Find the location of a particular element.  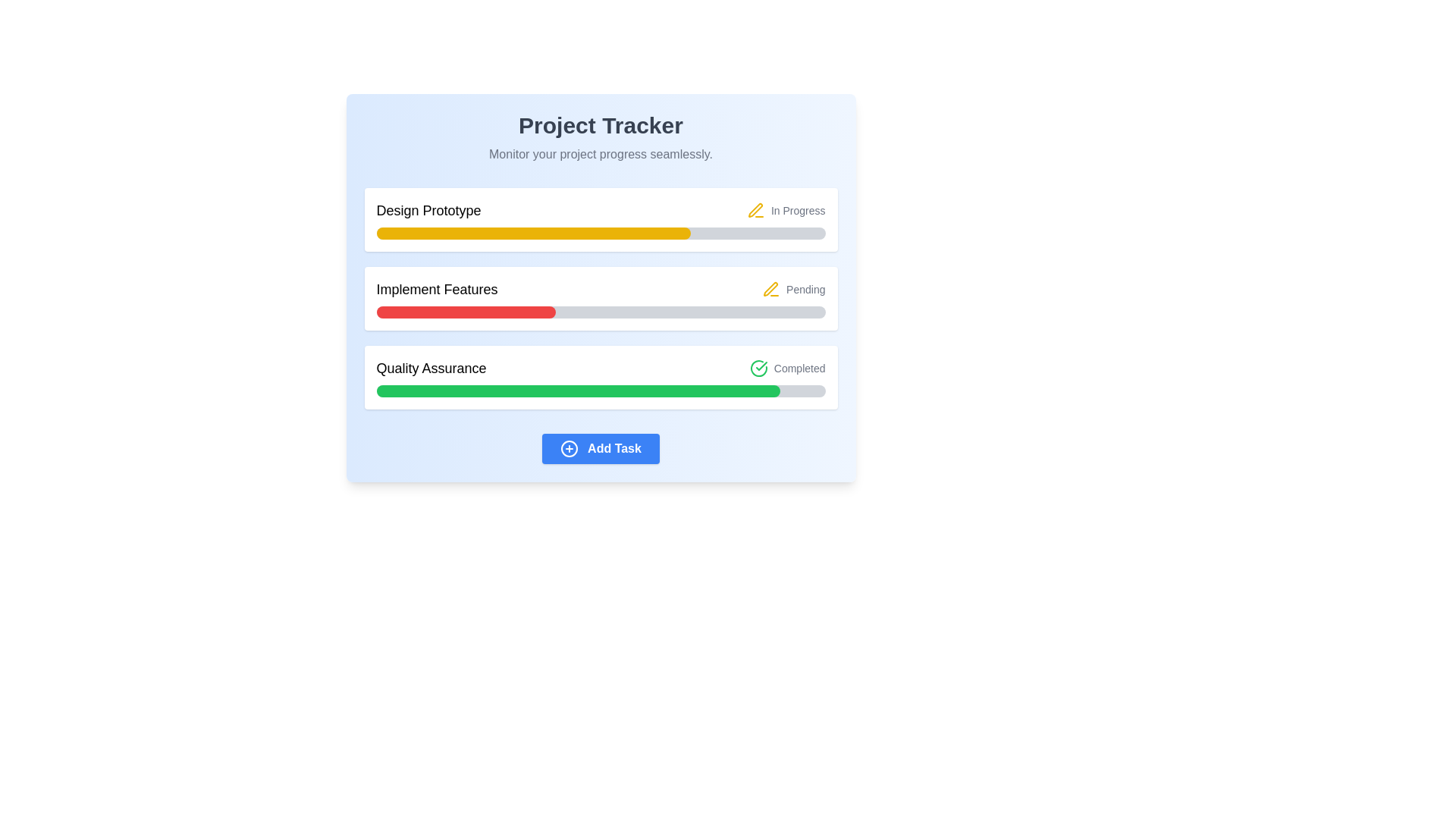

text label that says 'Completed', which is styled in light gray and located to the right of a green checkmark icon in the 'Quality Assurance' section is located at coordinates (799, 369).